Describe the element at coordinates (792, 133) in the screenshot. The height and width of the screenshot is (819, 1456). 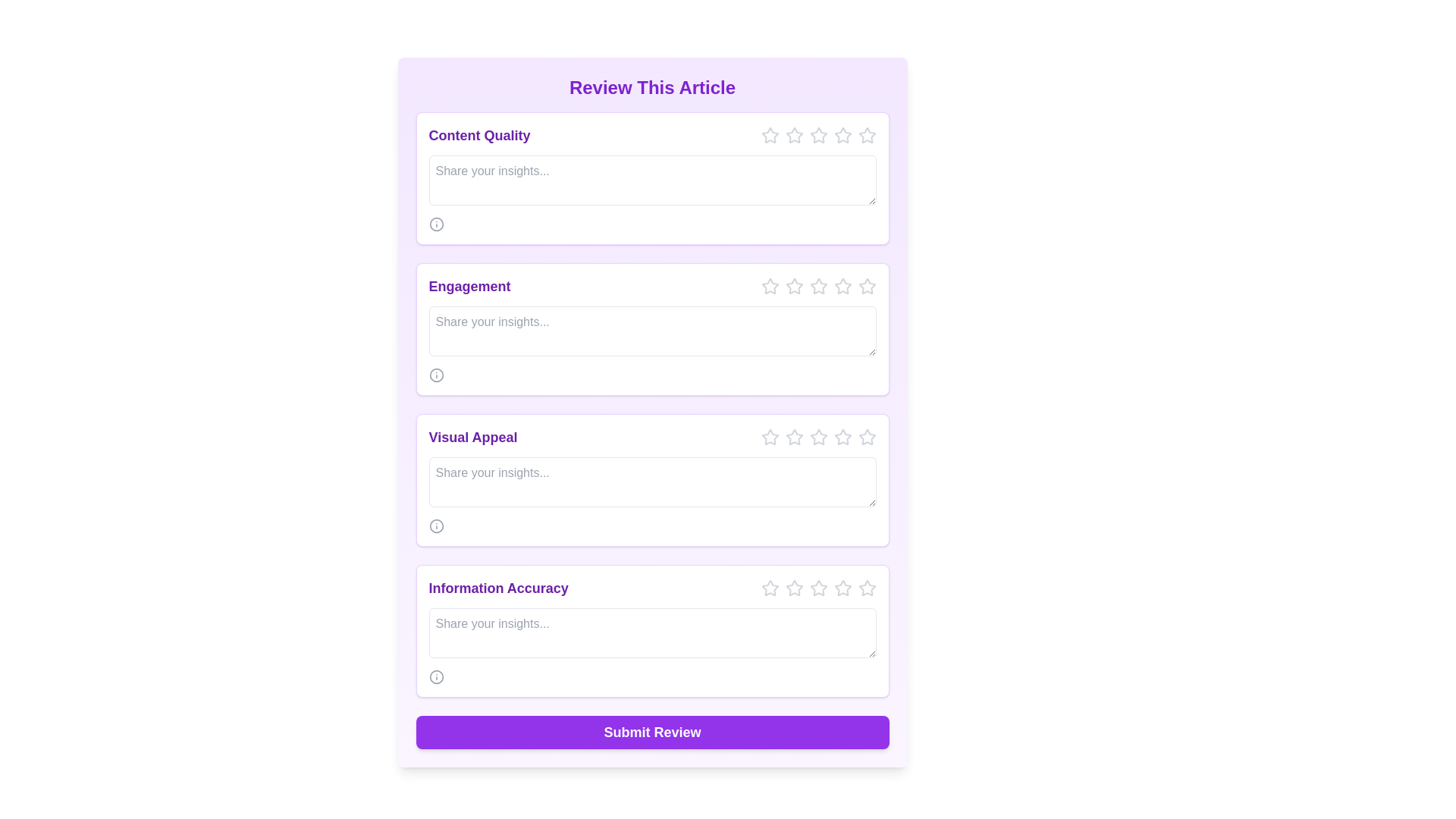
I see `the first rating star icon to rate the Content Quality of the article` at that location.